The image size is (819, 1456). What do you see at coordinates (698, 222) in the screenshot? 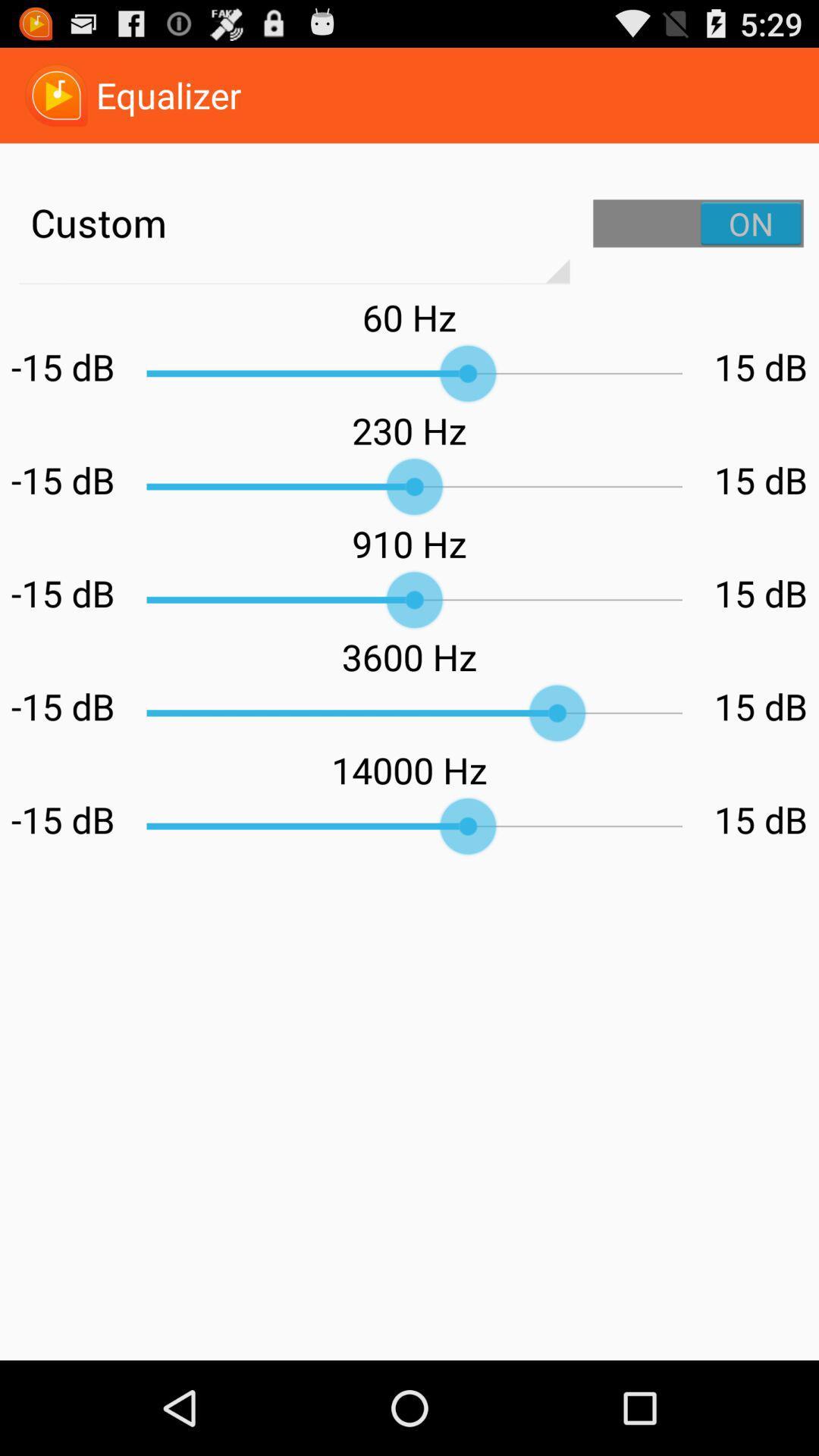
I see `the icon next to custom icon` at bounding box center [698, 222].